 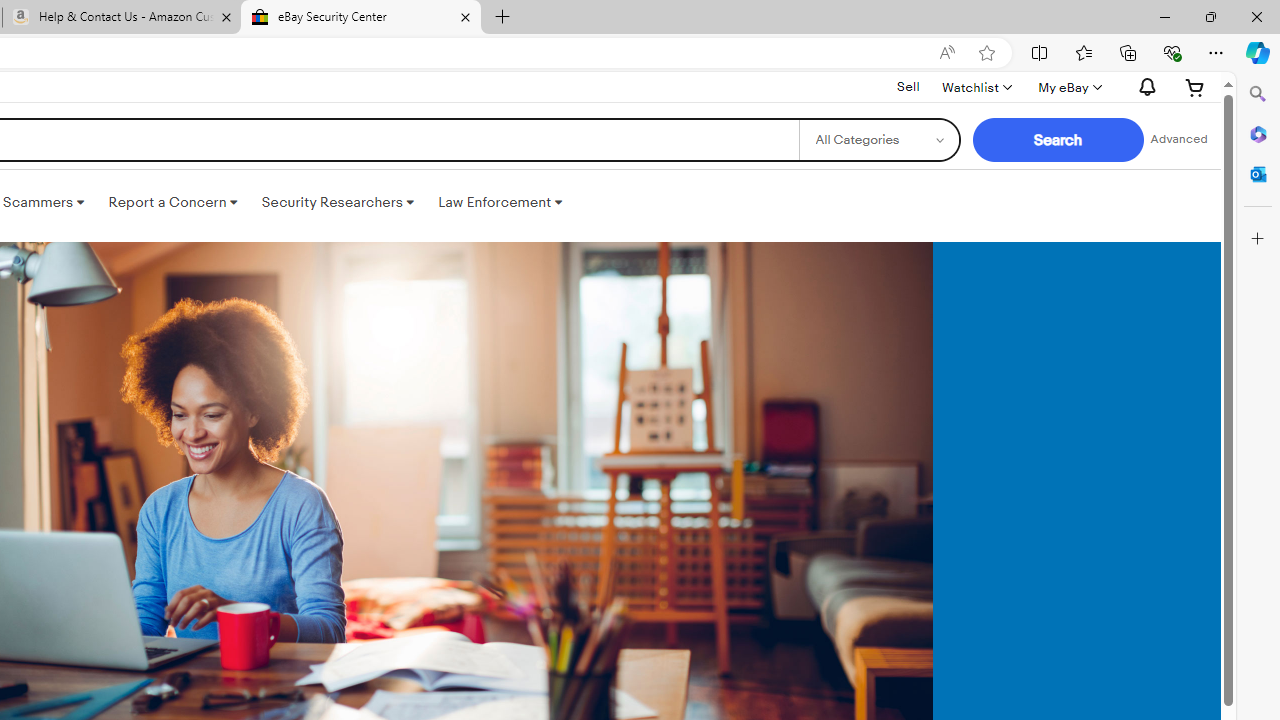 I want to click on 'Notifications', so click(x=1143, y=86).